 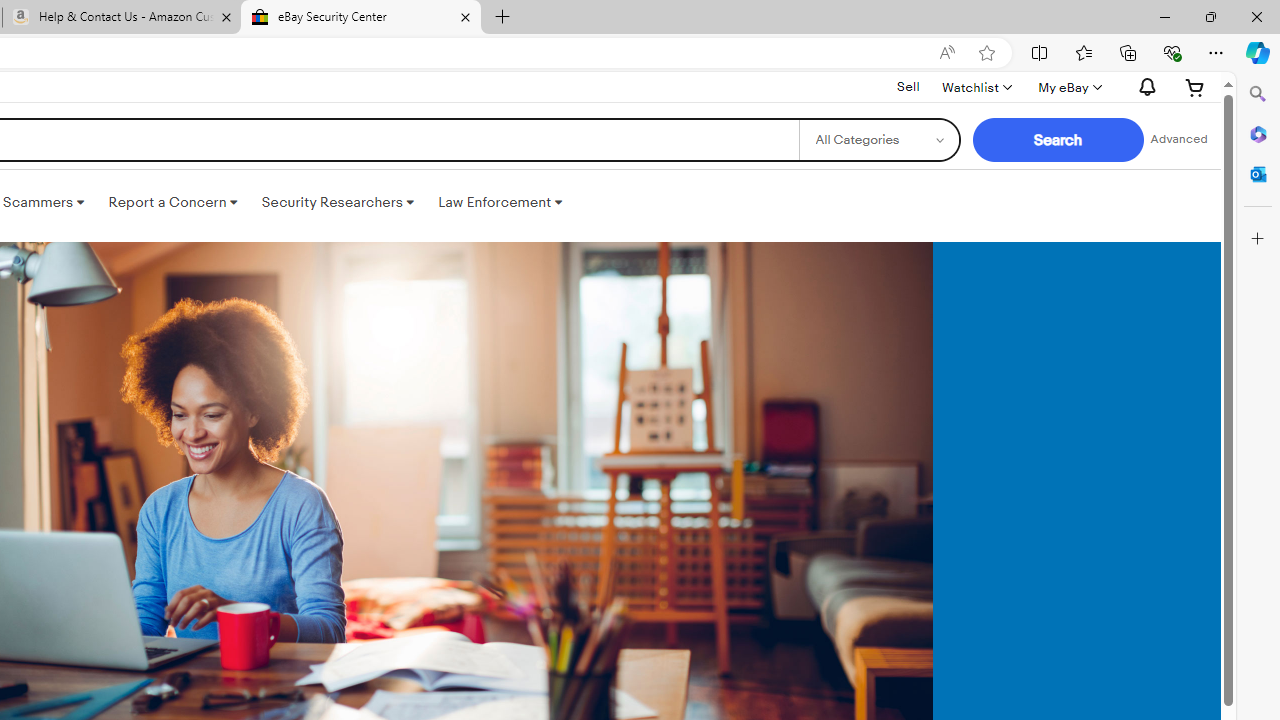 I want to click on 'Notifications', so click(x=1143, y=86).